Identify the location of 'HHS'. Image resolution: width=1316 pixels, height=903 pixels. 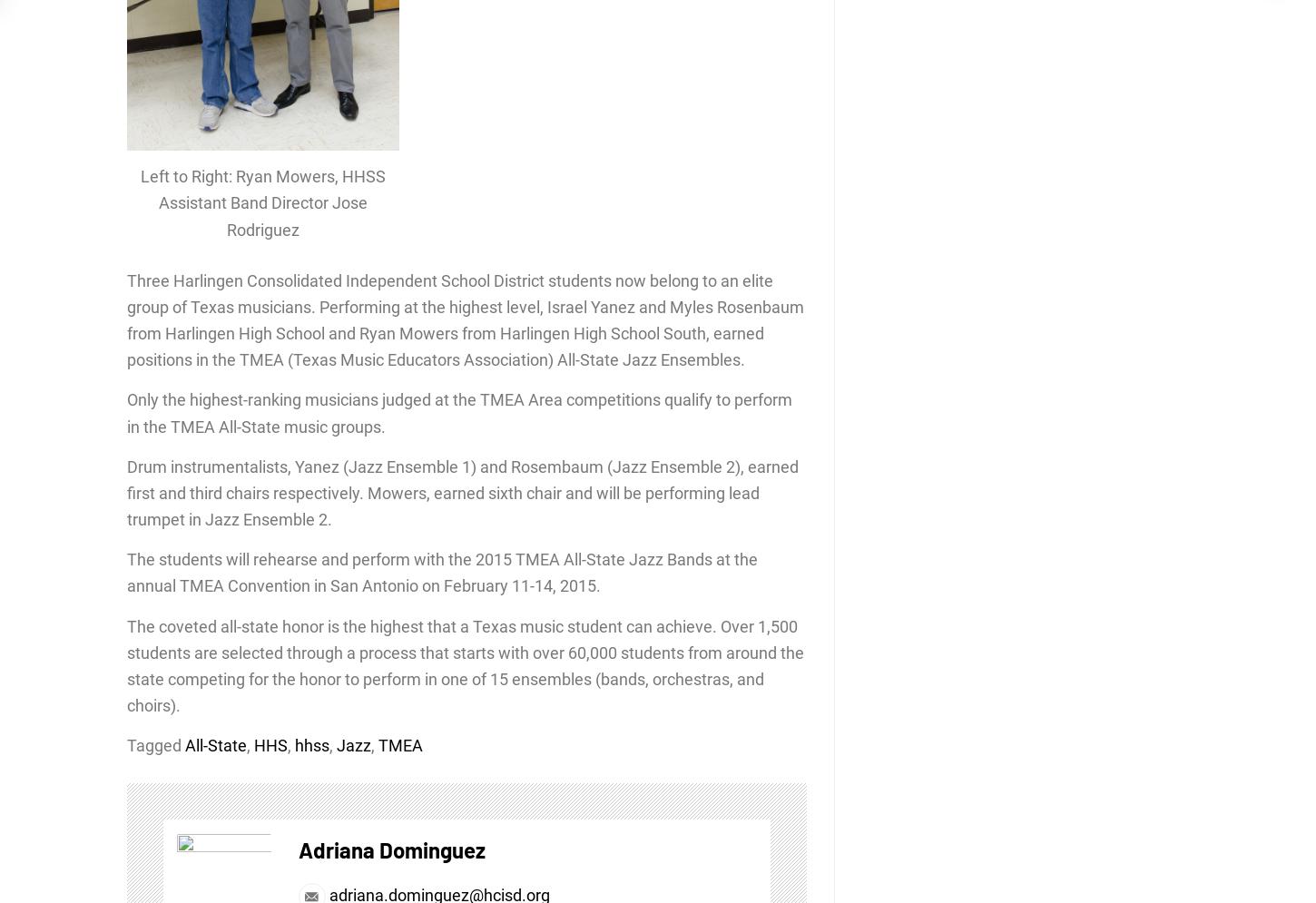
(270, 744).